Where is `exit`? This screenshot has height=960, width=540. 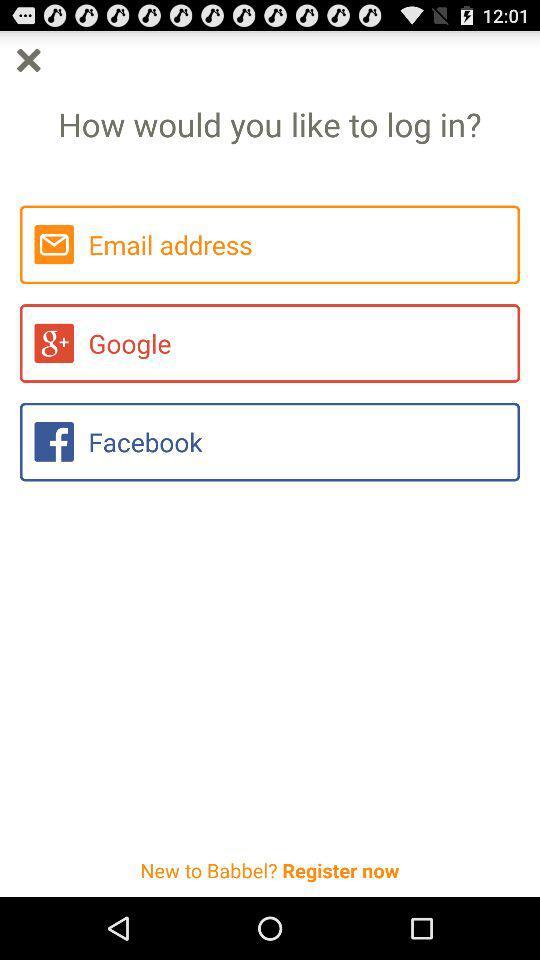 exit is located at coordinates (27, 59).